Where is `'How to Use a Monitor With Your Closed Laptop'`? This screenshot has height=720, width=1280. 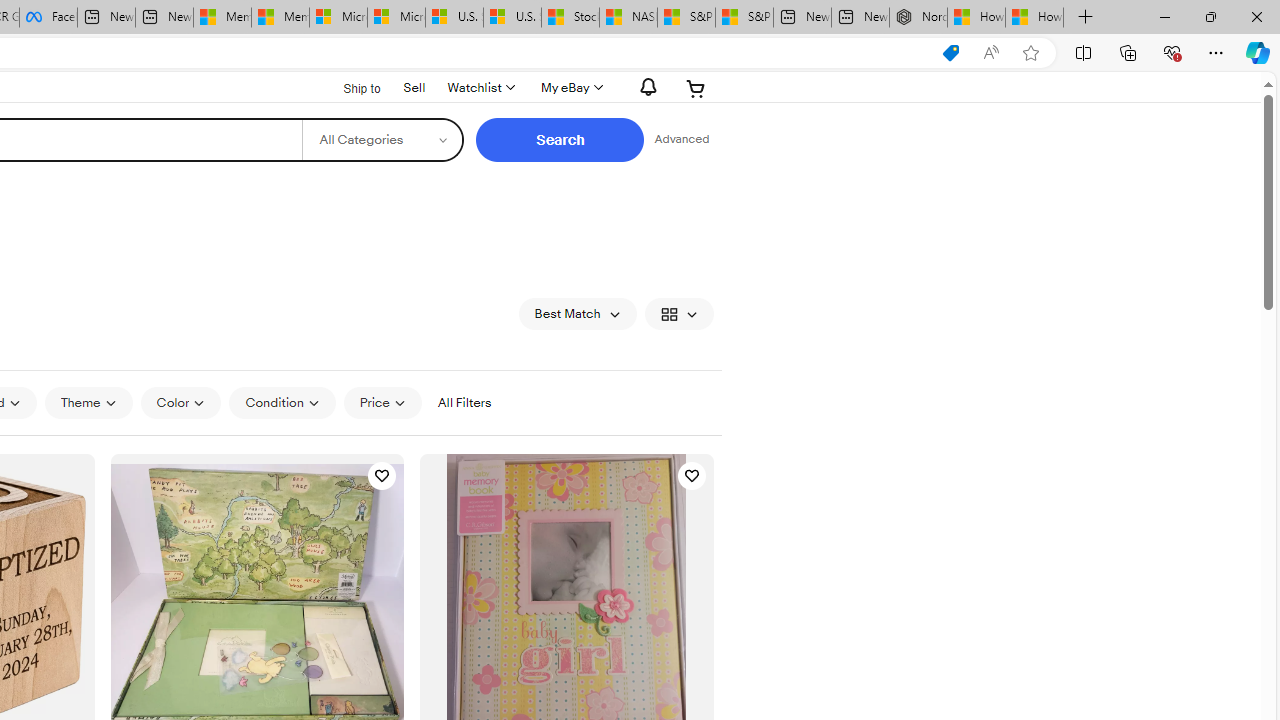 'How to Use a Monitor With Your Closed Laptop' is located at coordinates (1034, 17).